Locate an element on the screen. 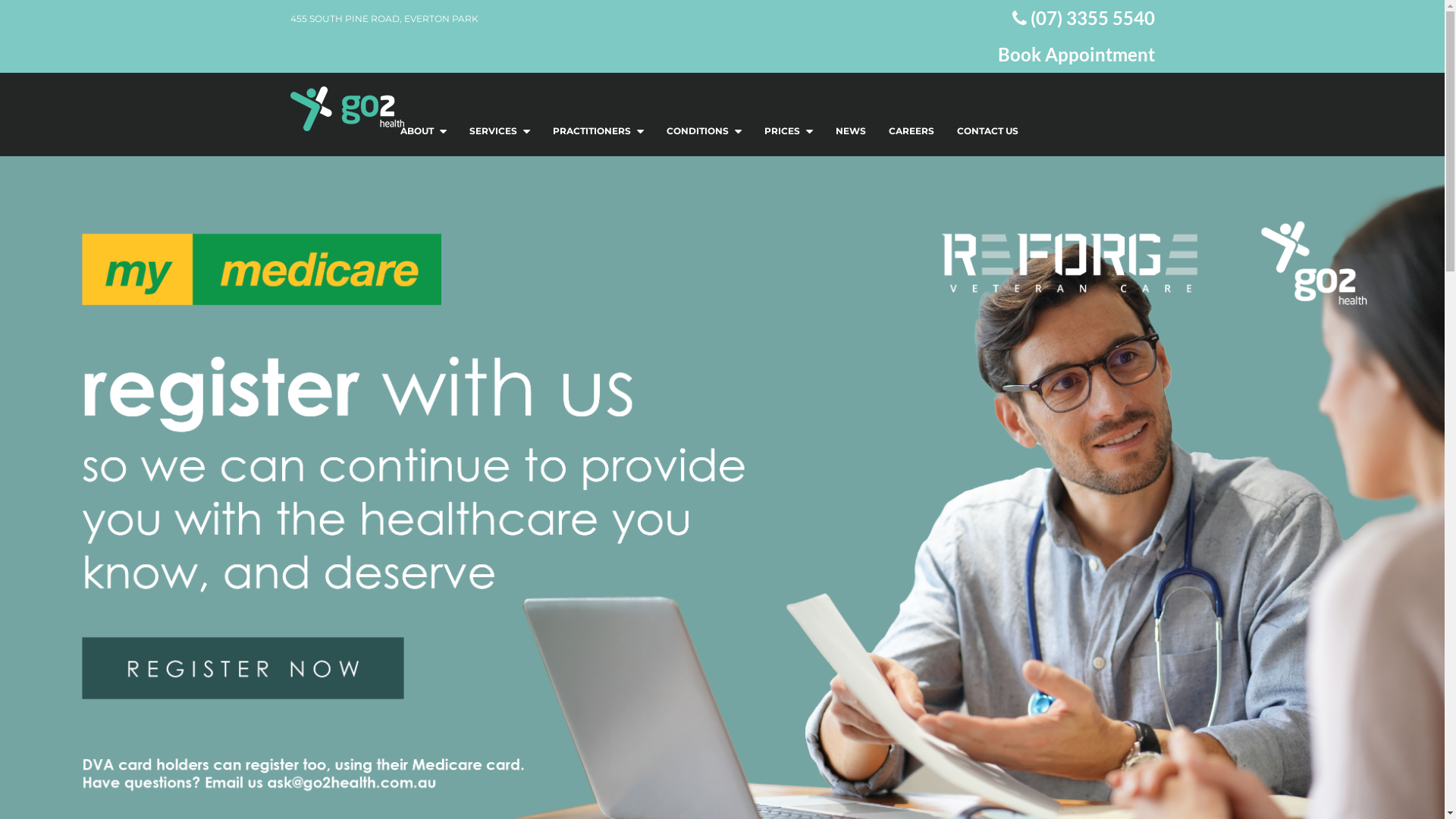 This screenshot has height=819, width=1456. 'CAREERS' is located at coordinates (910, 130).